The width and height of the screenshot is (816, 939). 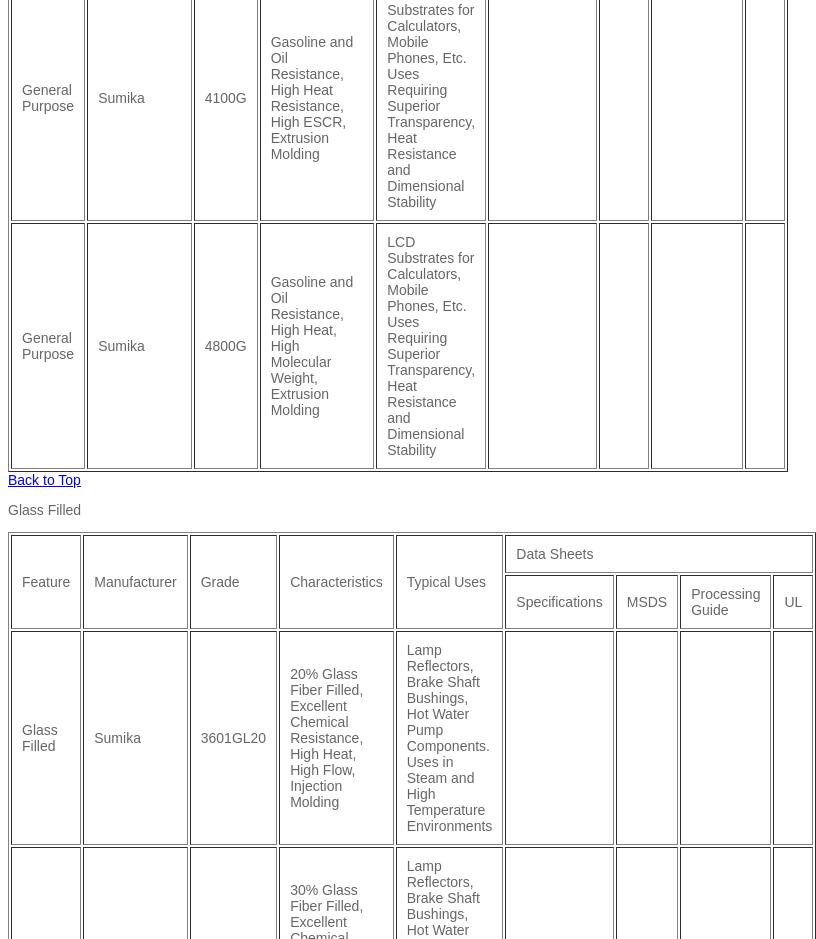 What do you see at coordinates (645, 600) in the screenshot?
I see `'MSDS'` at bounding box center [645, 600].